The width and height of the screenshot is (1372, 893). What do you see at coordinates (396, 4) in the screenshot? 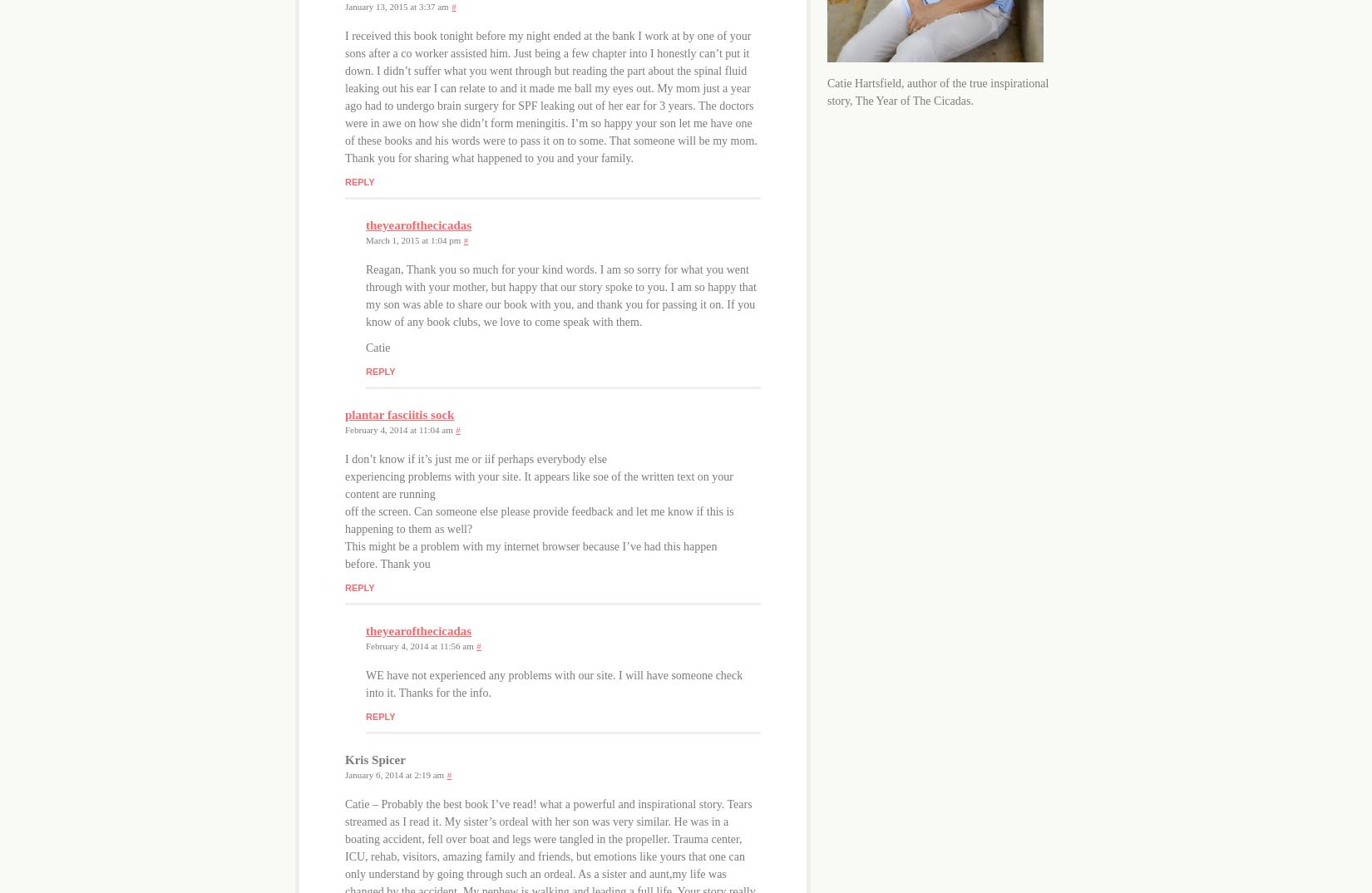
I see `'January 13, 2015 at 3:37 am'` at bounding box center [396, 4].